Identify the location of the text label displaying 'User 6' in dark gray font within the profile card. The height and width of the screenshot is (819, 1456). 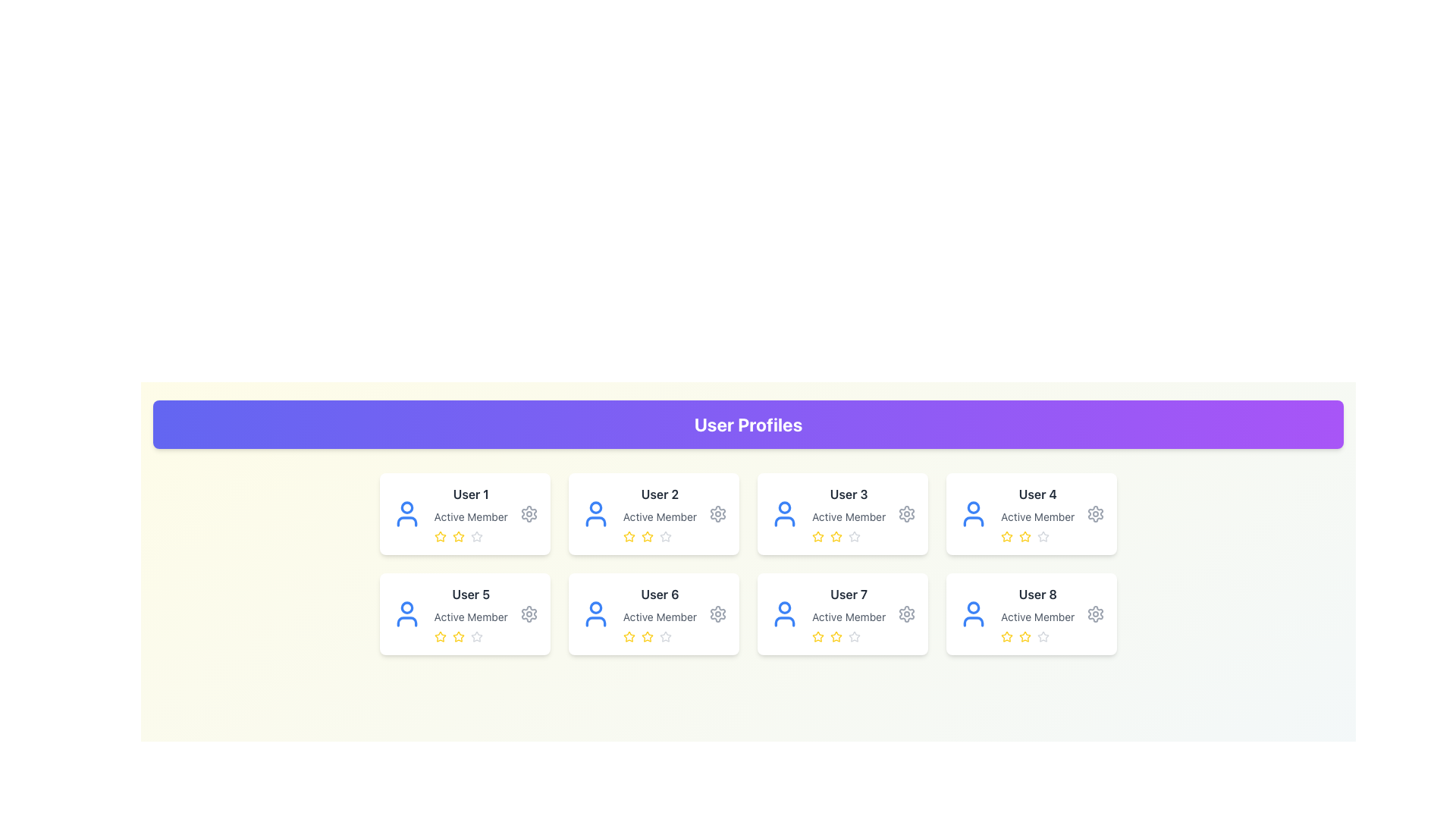
(660, 593).